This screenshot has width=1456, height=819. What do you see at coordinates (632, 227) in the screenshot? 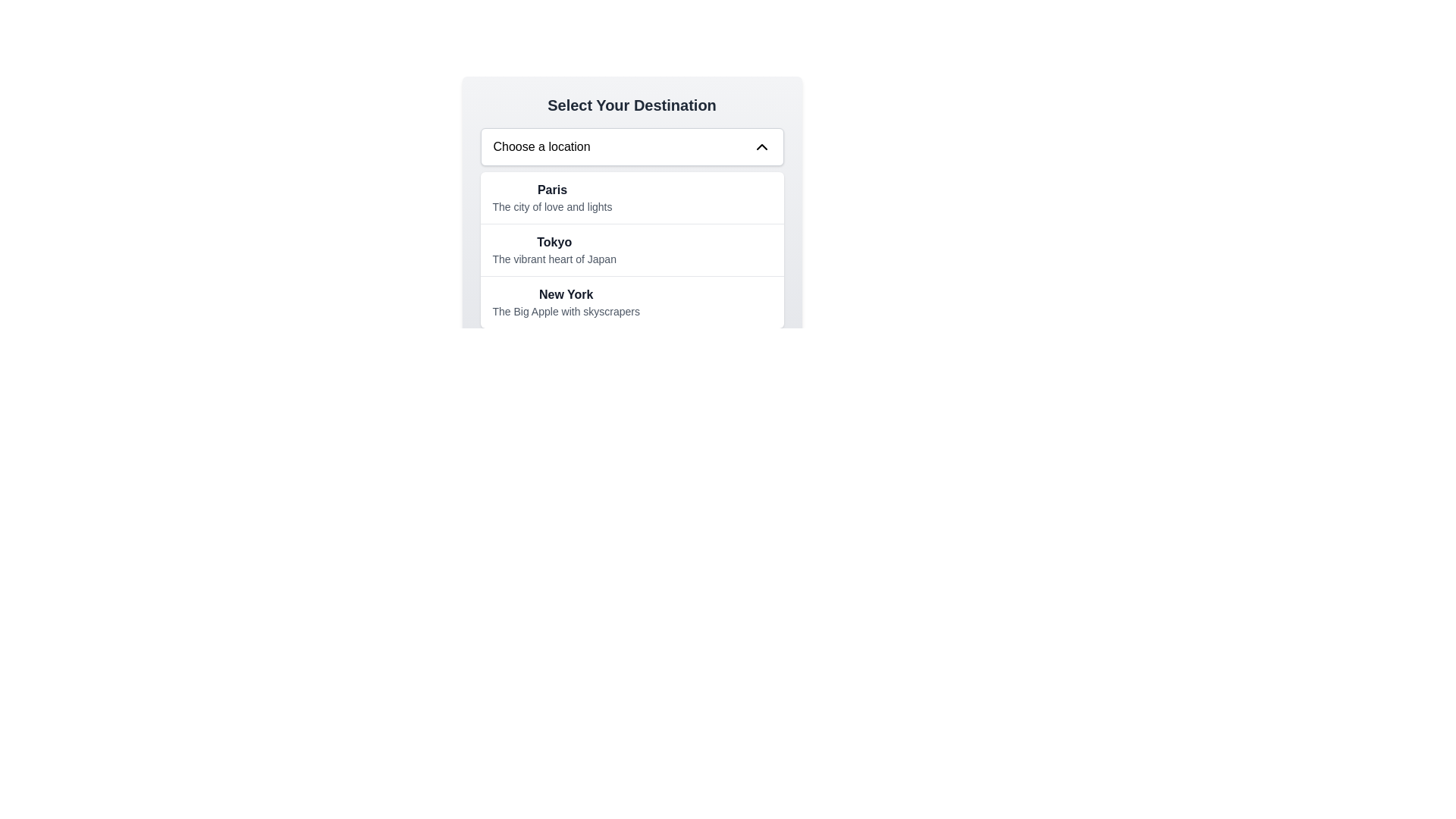
I see `the second item in the dropdown menu labeled 'Choose a location'` at bounding box center [632, 227].